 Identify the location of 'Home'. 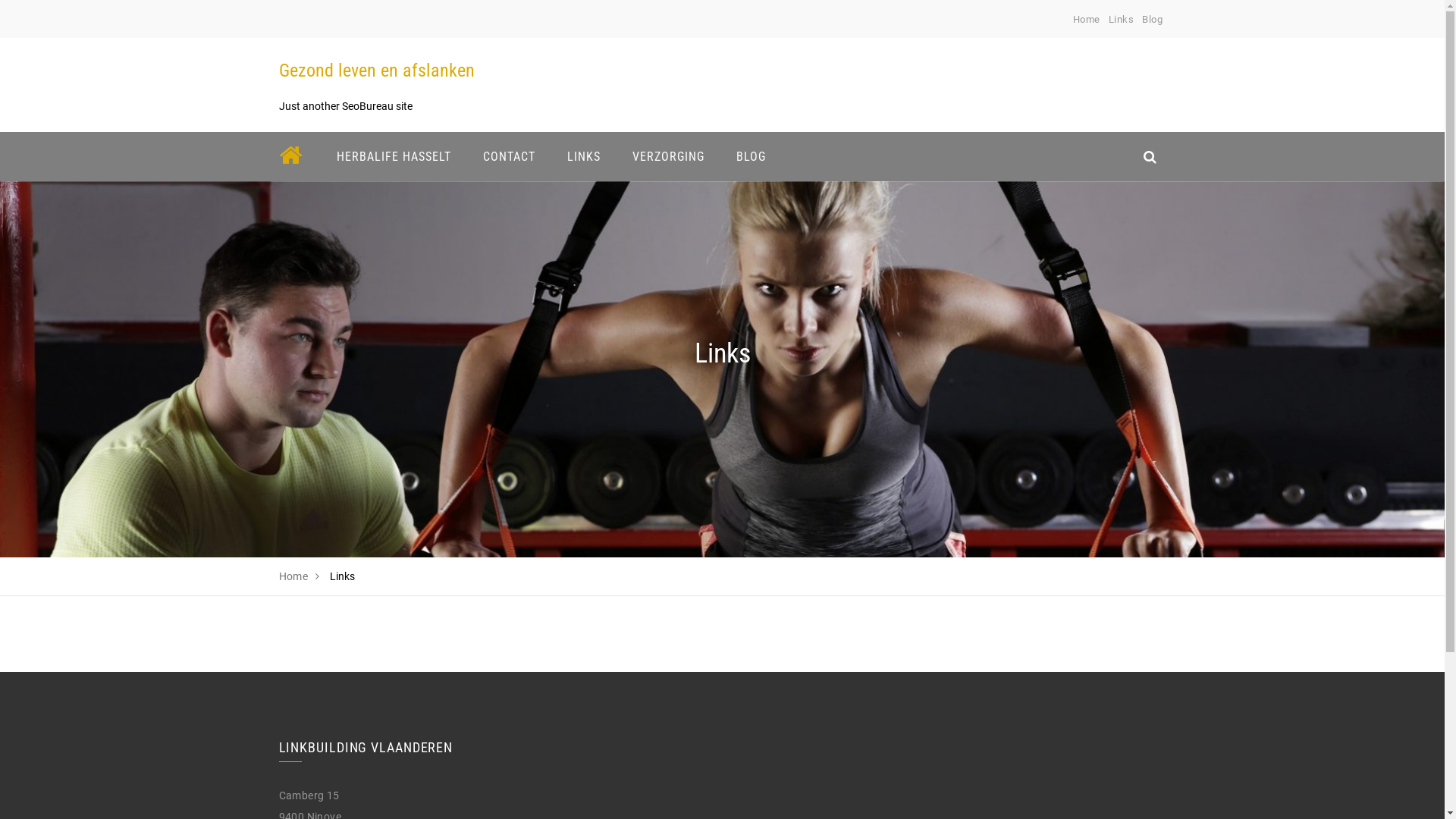
(1072, 19).